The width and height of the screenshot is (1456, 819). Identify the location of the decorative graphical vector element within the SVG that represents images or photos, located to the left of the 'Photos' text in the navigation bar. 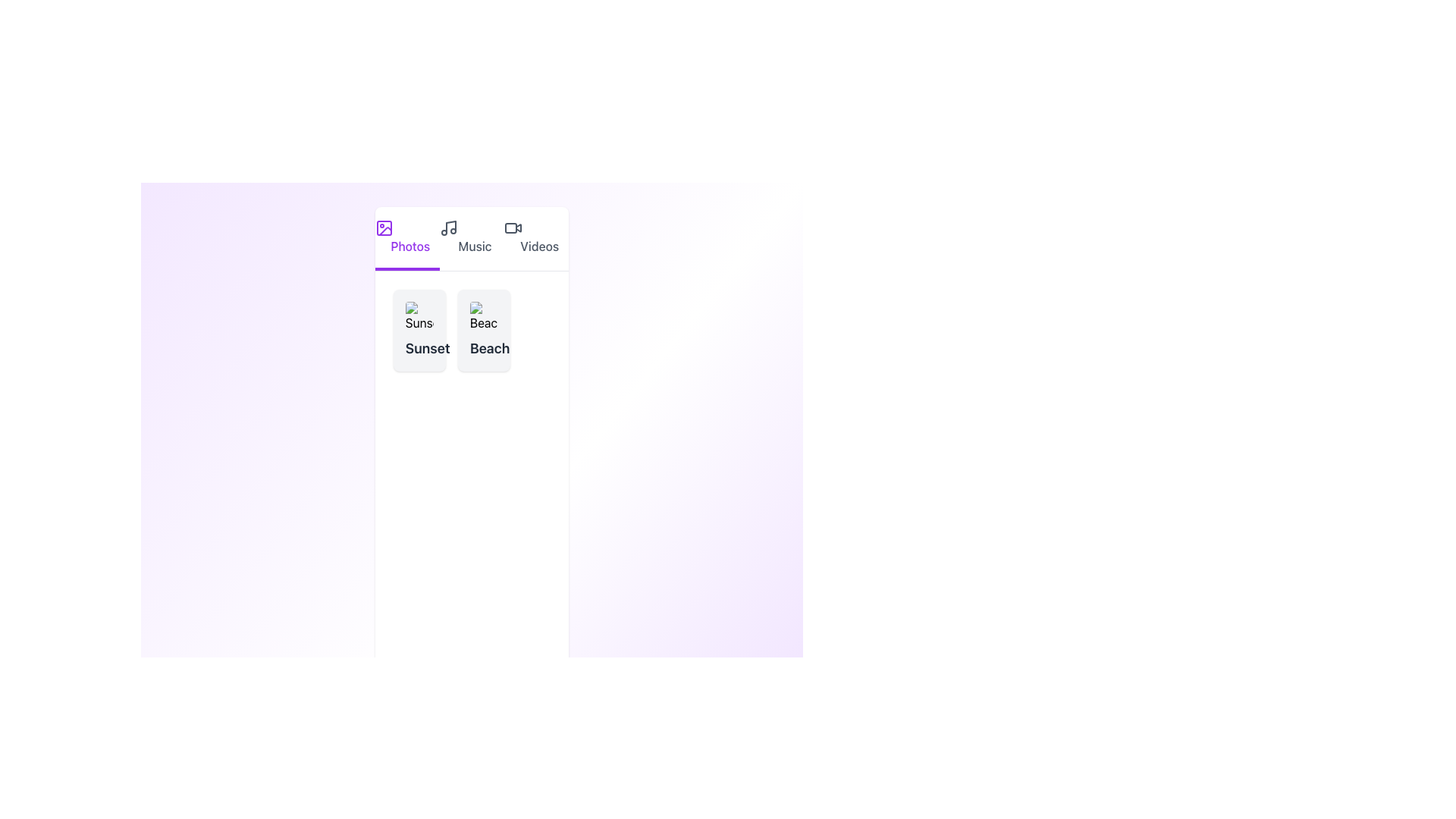
(384, 227).